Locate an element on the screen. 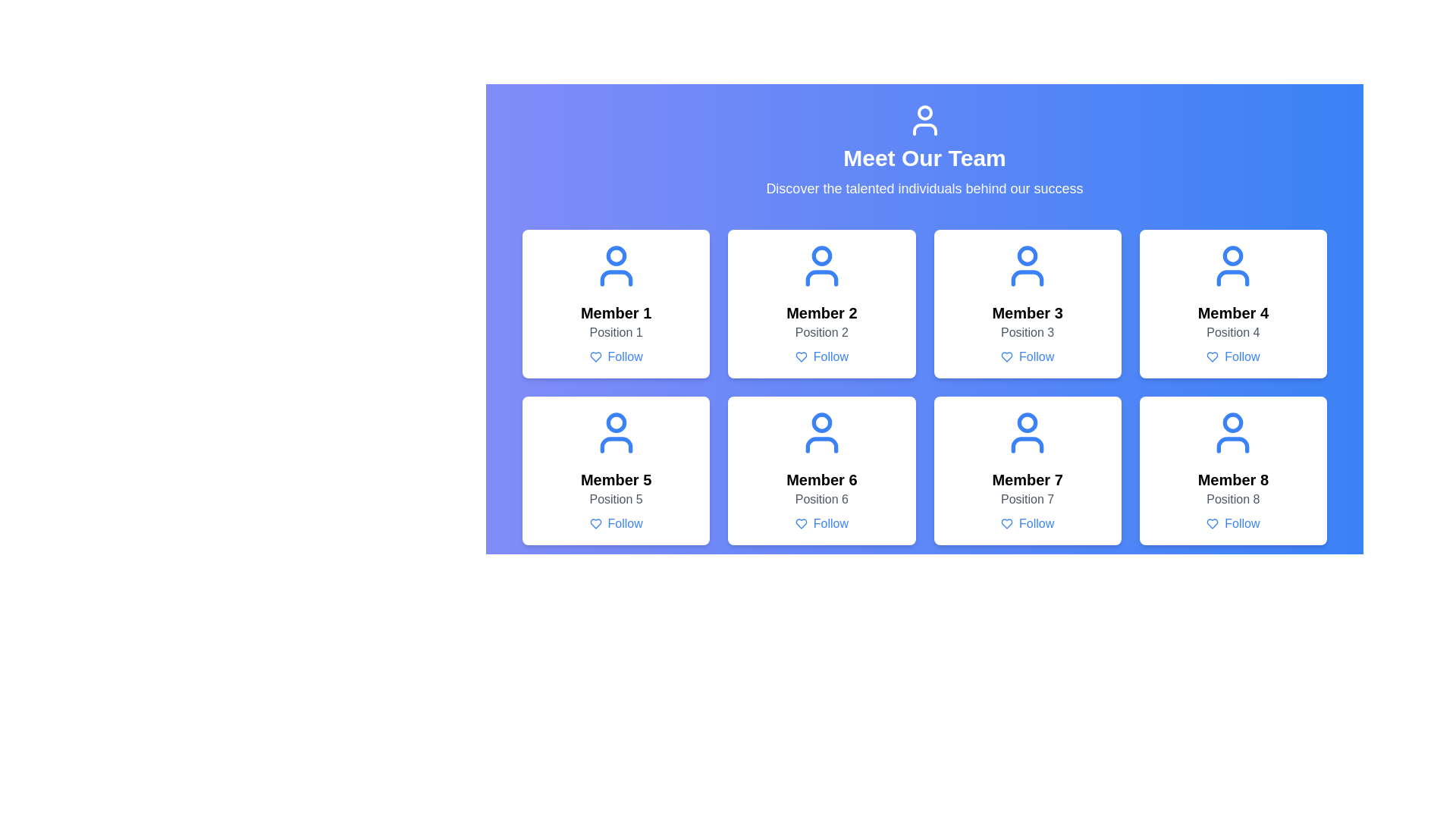 This screenshot has width=1456, height=819. the text label reading 'Member 5' which is styled in bold and large font, located in the second row and first column of the member card is located at coordinates (616, 479).